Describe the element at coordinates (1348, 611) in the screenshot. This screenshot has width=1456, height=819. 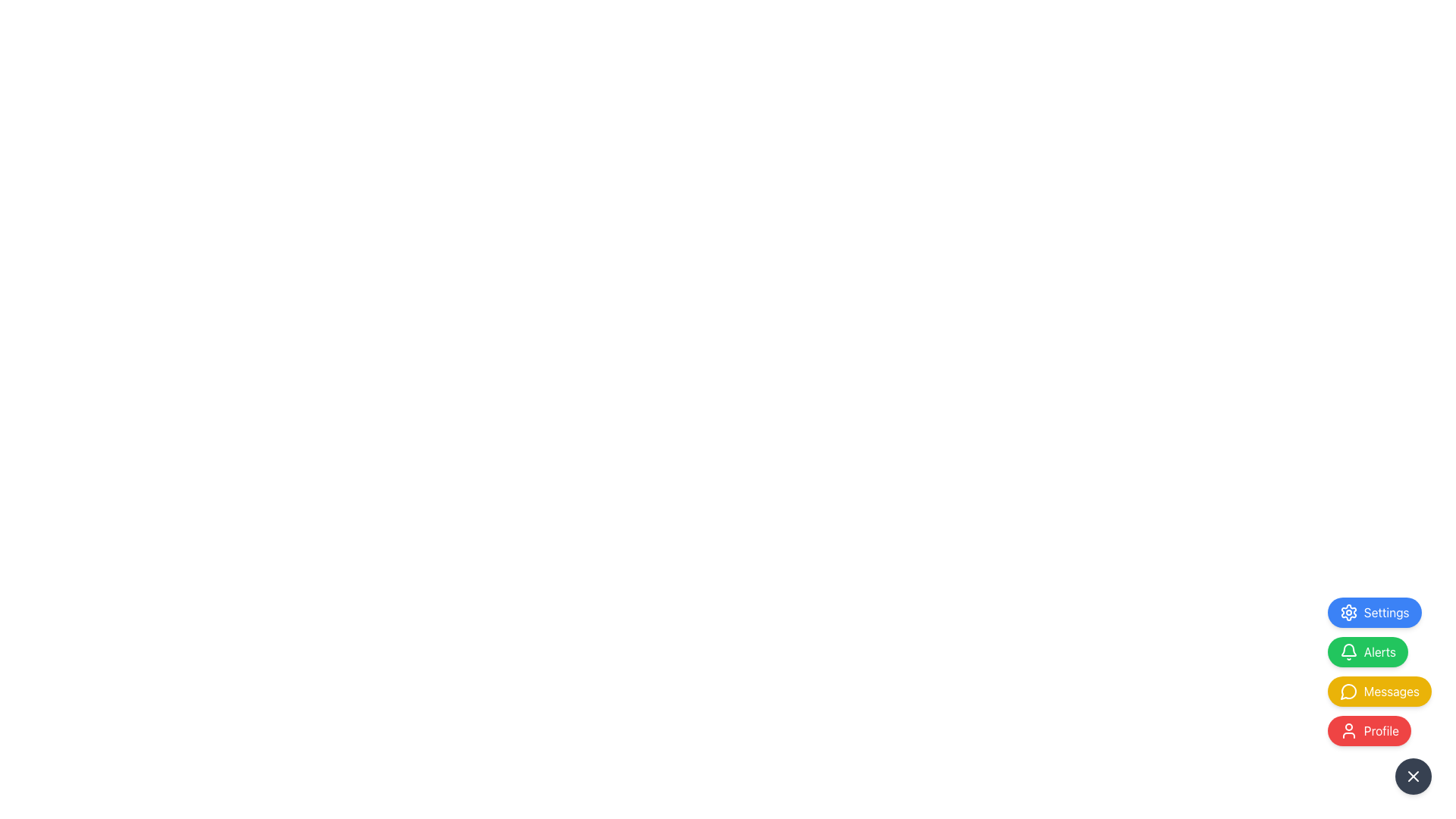
I see `the 'Settings' gear icon located at the top of the vertical options stack in the bottom-right corner of the interface` at that location.